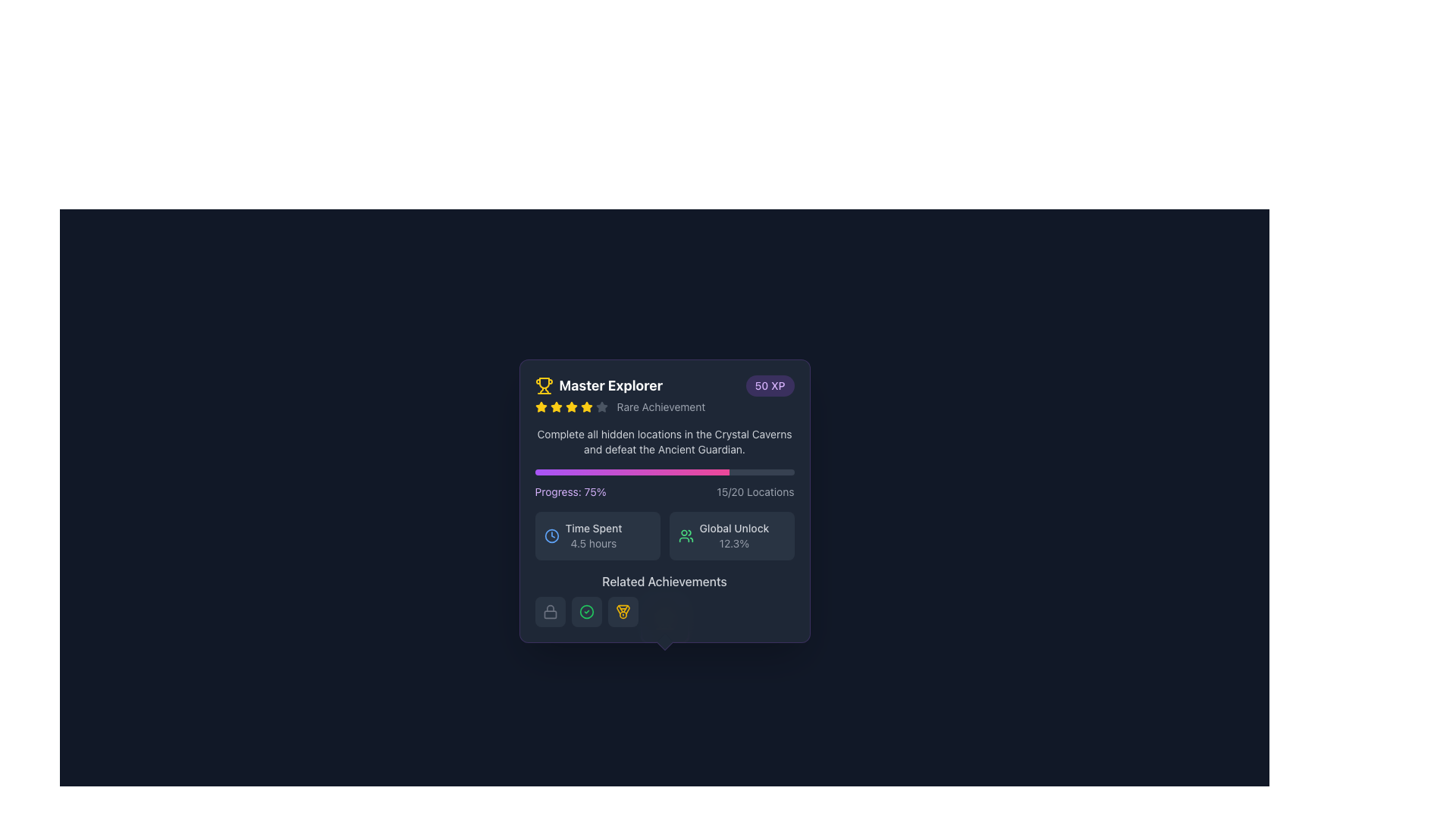  I want to click on the fourth star icon in the rating display for the 'Master Explorer' achievement card, located near the top section, so click(585, 406).